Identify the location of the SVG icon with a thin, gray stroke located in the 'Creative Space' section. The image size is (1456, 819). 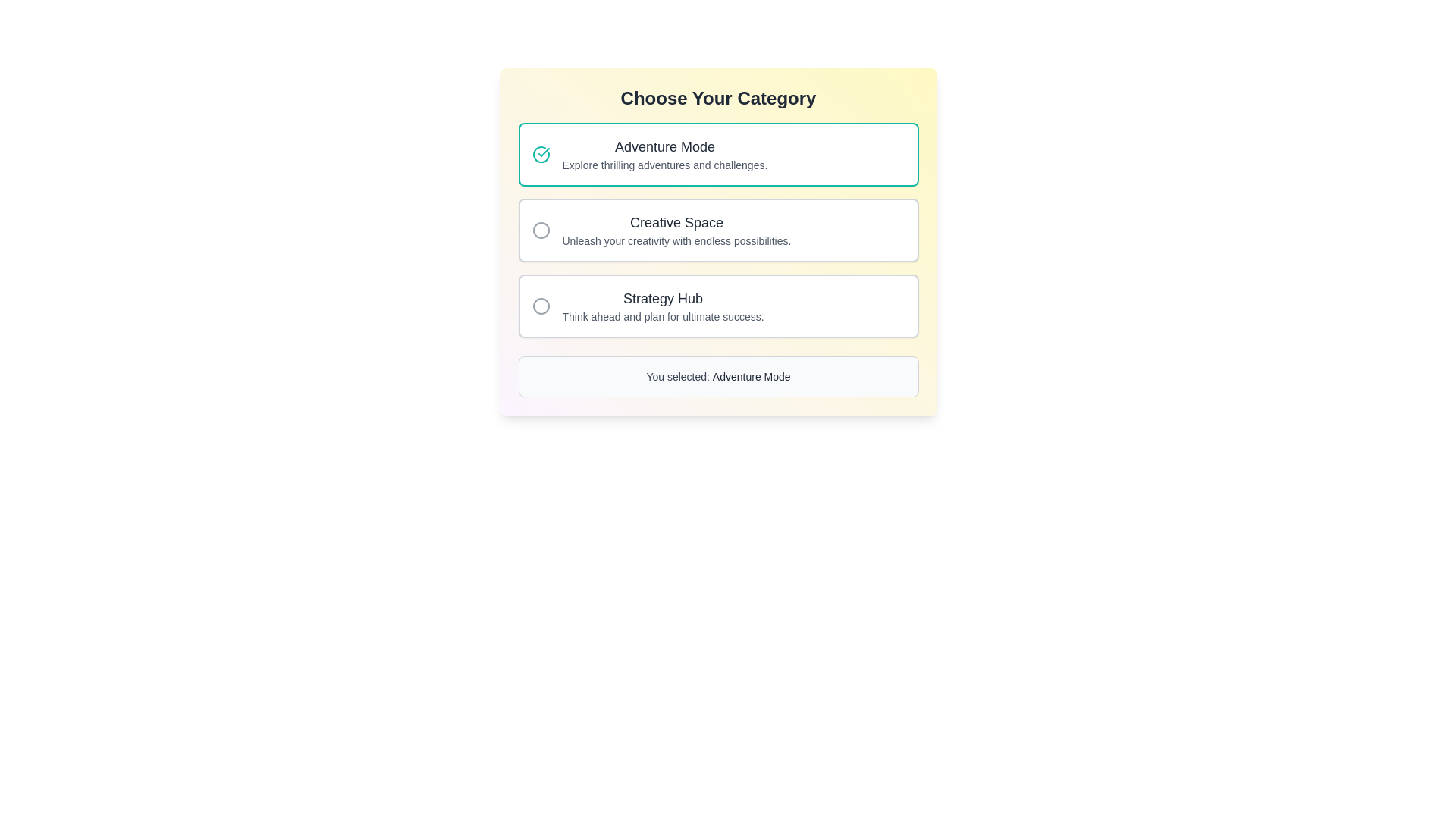
(541, 231).